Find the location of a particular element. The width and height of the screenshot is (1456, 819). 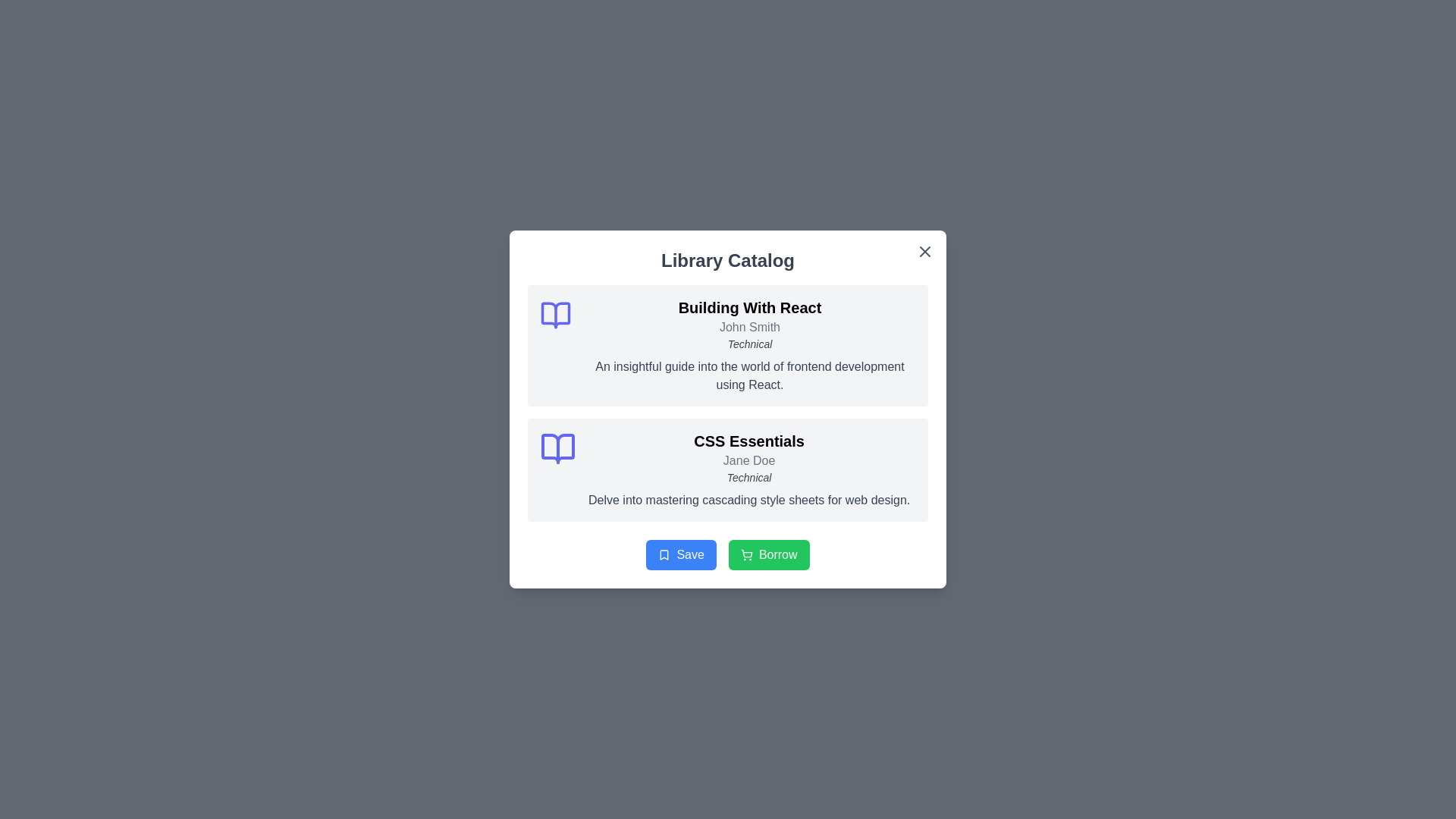

the second informational card in the library catalog located in the lower half of the modal beneath the 'Building With React' section is located at coordinates (749, 469).